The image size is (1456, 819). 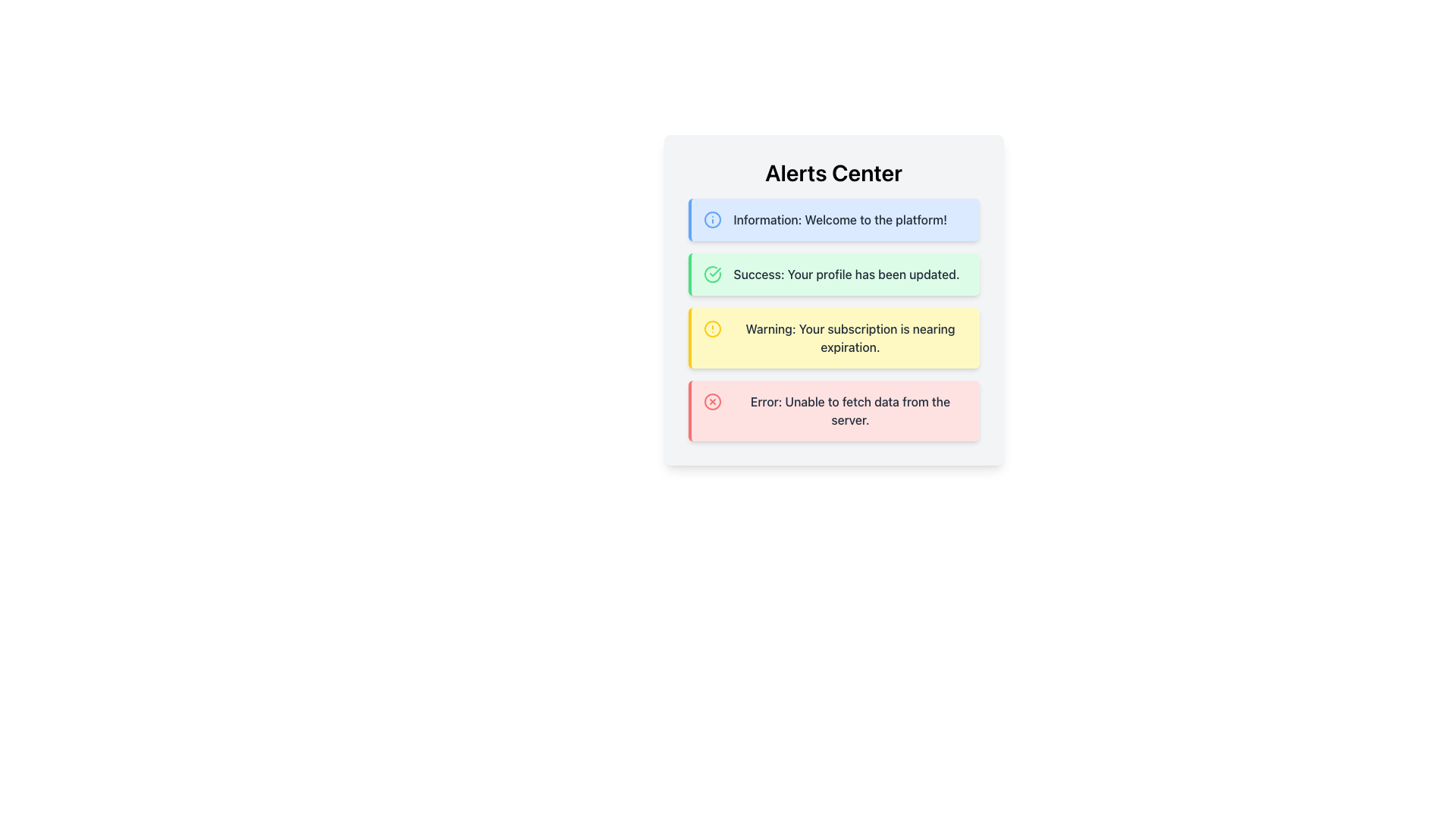 I want to click on text message that states 'Success: Your profile has been updated.' which is styled in a clean font on a green background, located in the second row of alerts below an 'Information' message, so click(x=846, y=275).